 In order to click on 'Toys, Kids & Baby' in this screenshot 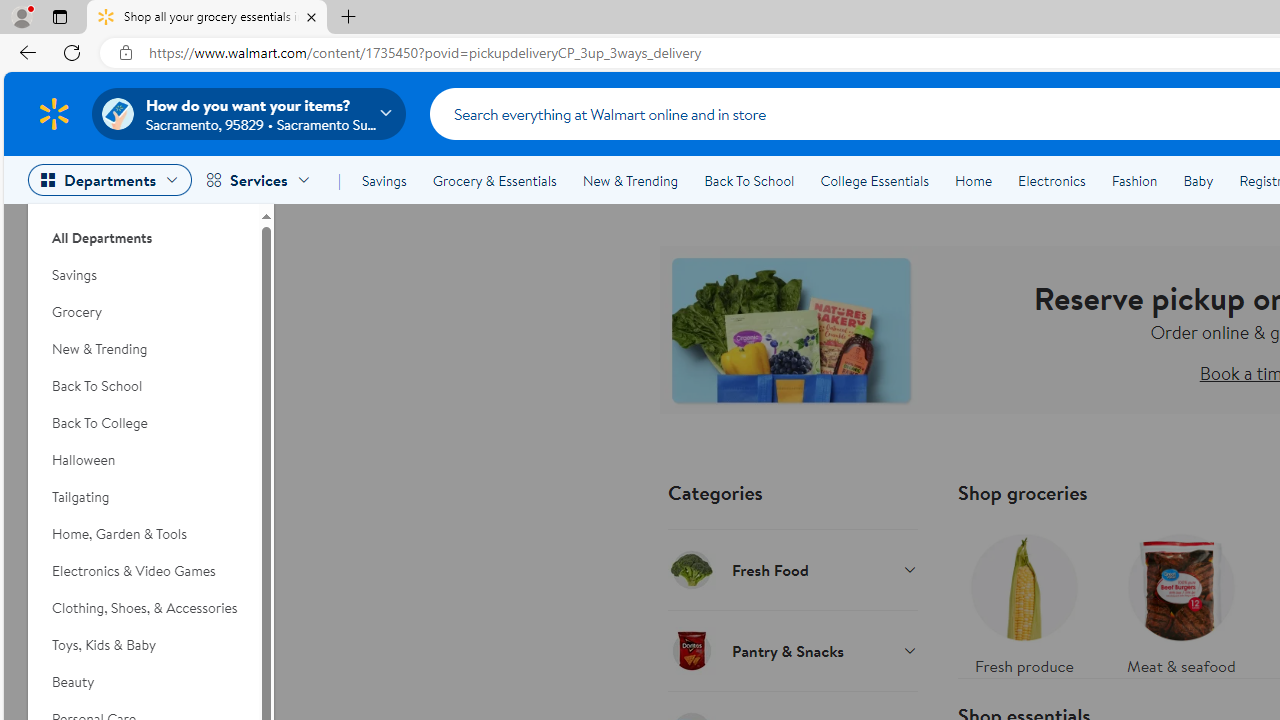, I will do `click(142, 645)`.